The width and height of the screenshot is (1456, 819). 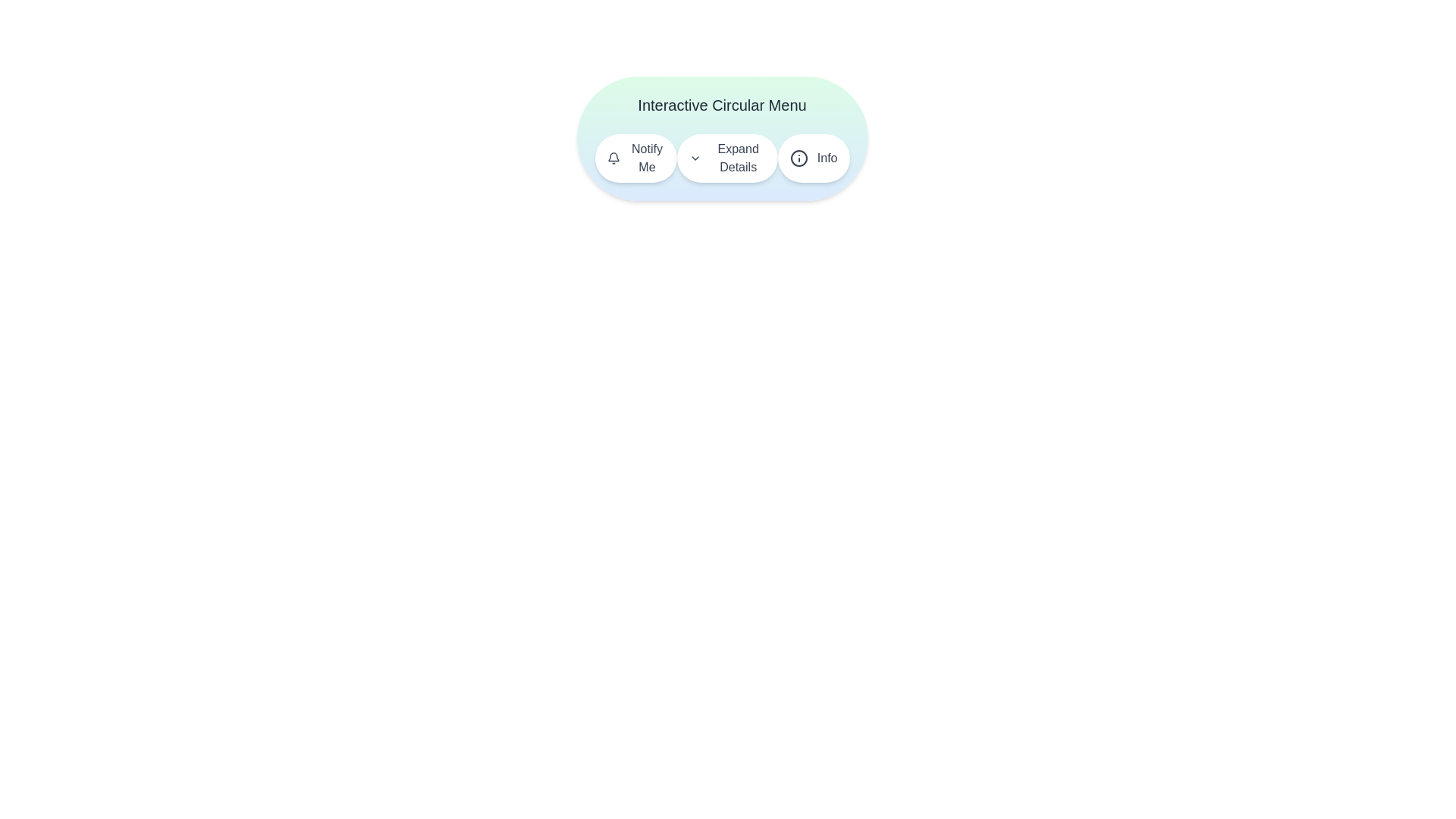 I want to click on the 'Info' button to trigger the associated action, so click(x=813, y=158).